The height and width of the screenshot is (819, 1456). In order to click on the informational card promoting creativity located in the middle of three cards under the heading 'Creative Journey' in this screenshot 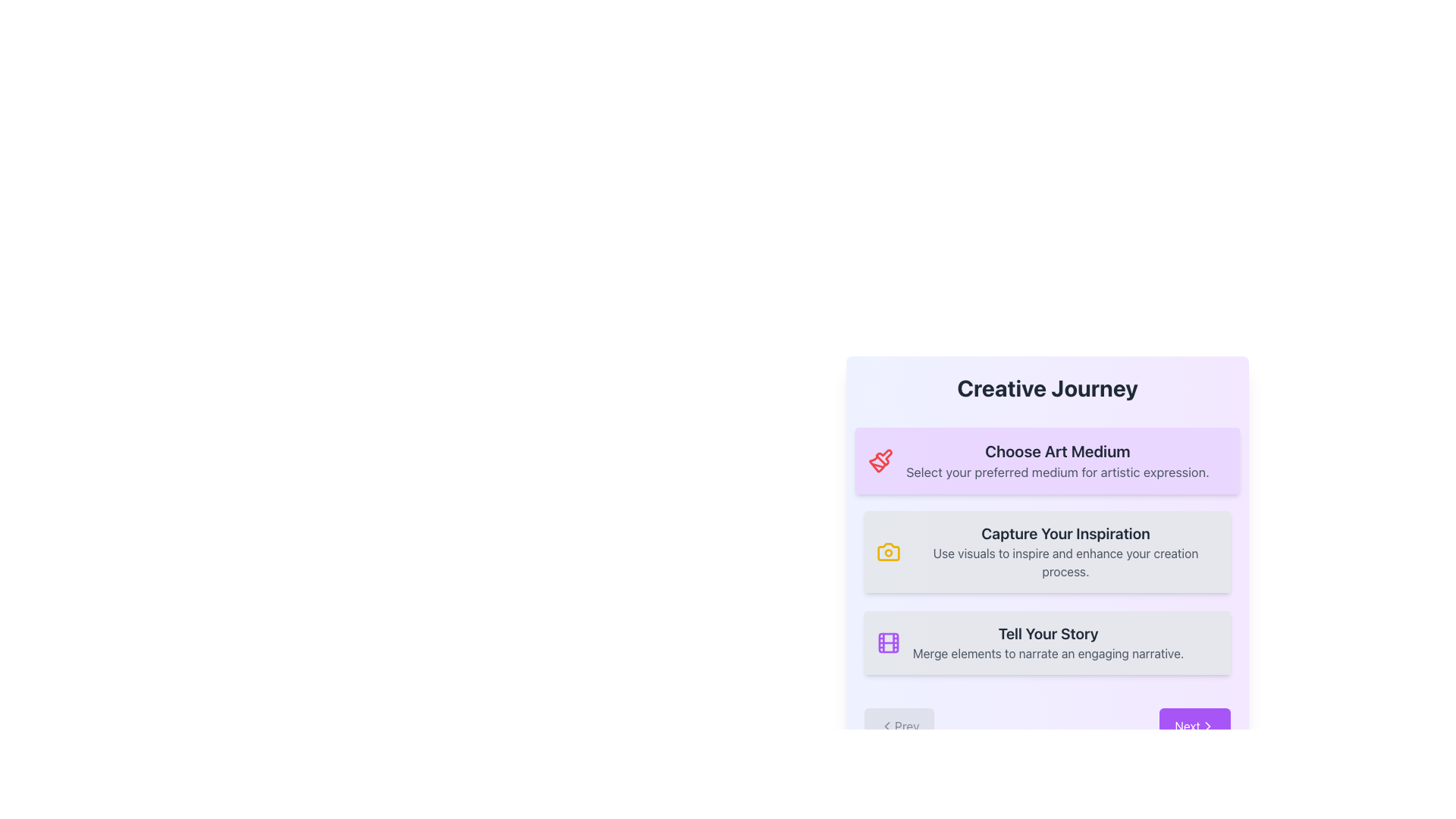, I will do `click(1046, 552)`.